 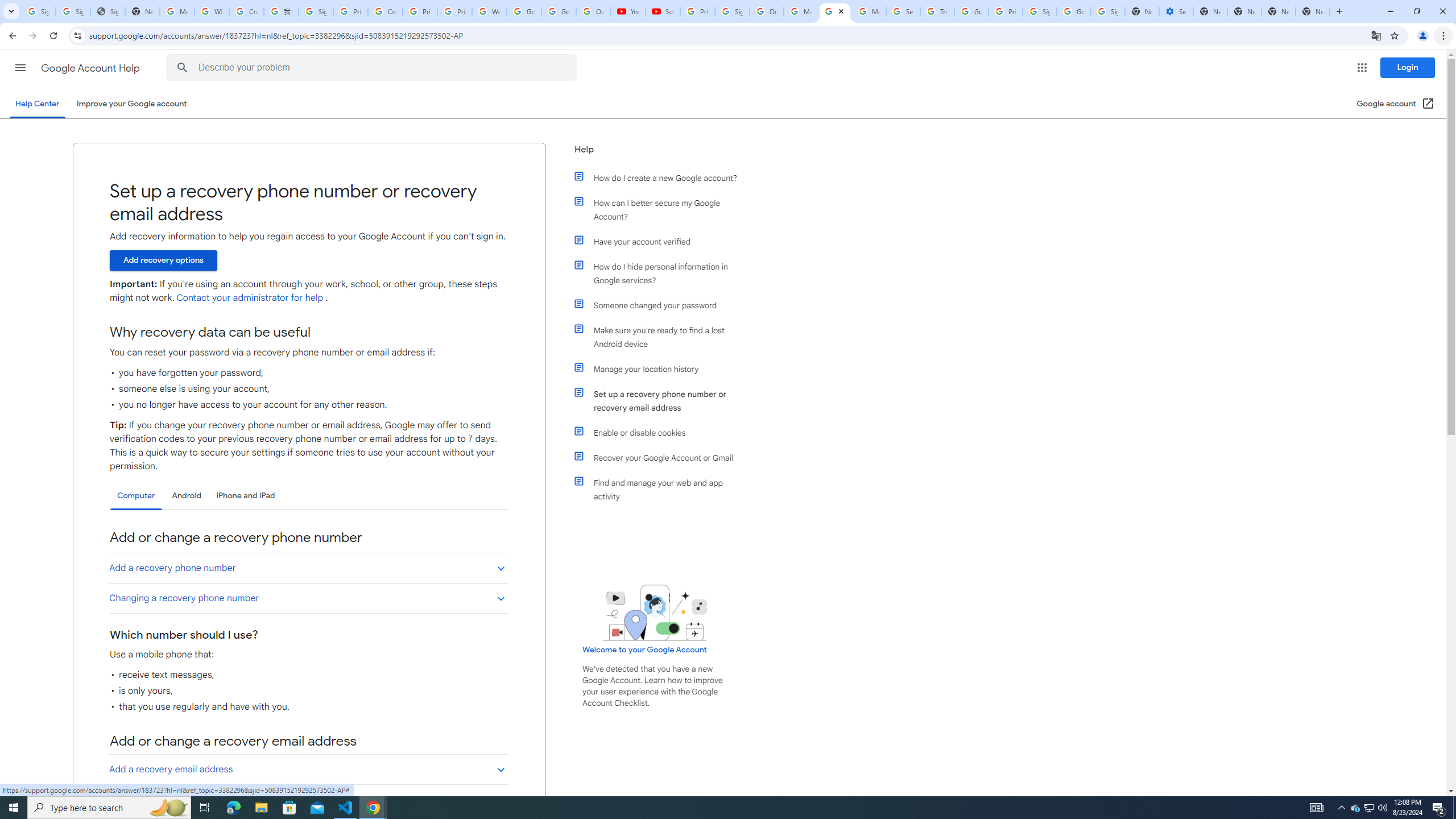 I want to click on 'Enable or disable cookies', so click(x=661, y=433).